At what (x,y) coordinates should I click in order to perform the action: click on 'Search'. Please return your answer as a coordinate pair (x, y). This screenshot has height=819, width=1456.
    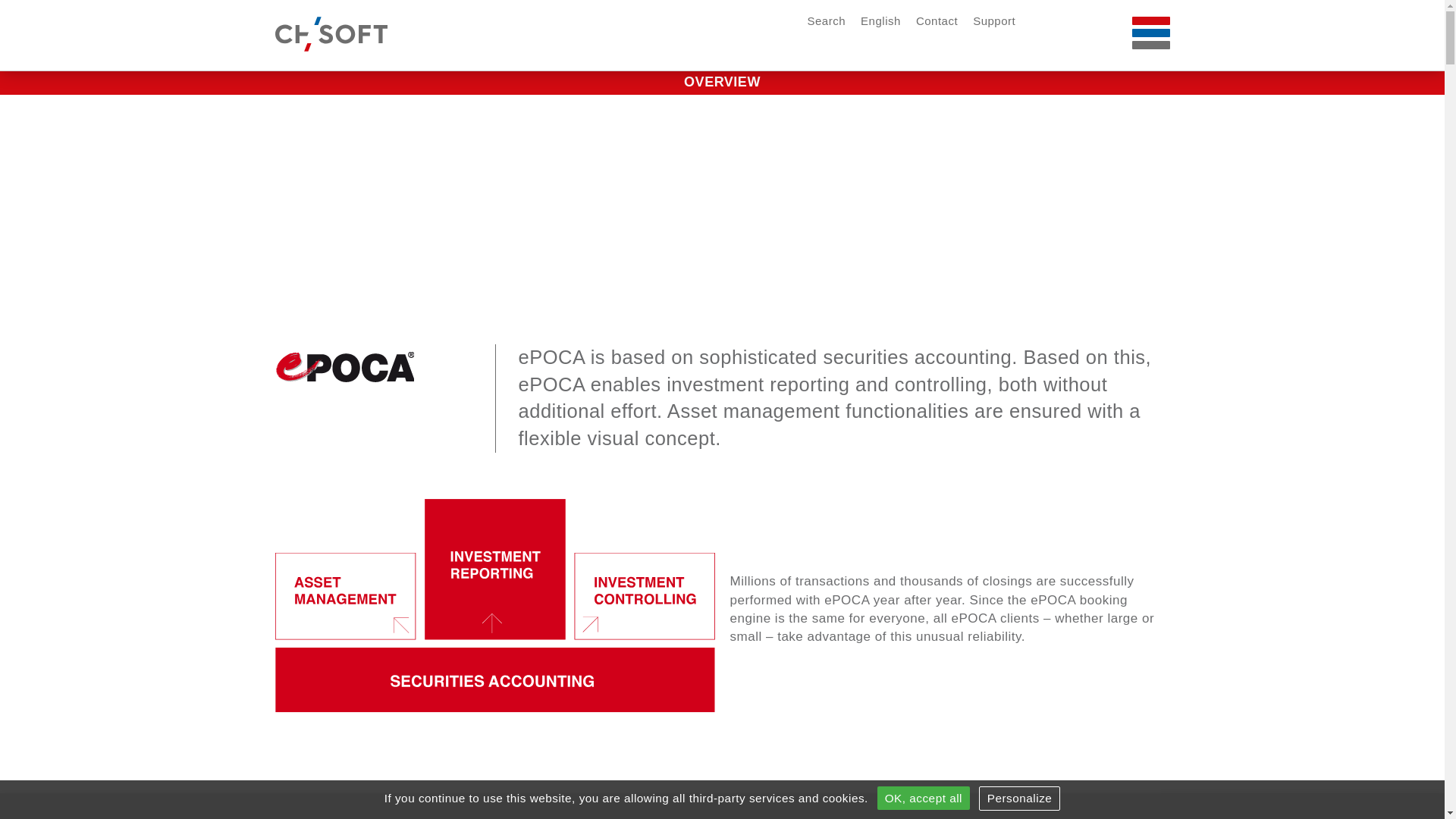
    Looking at the image, I should click on (825, 20).